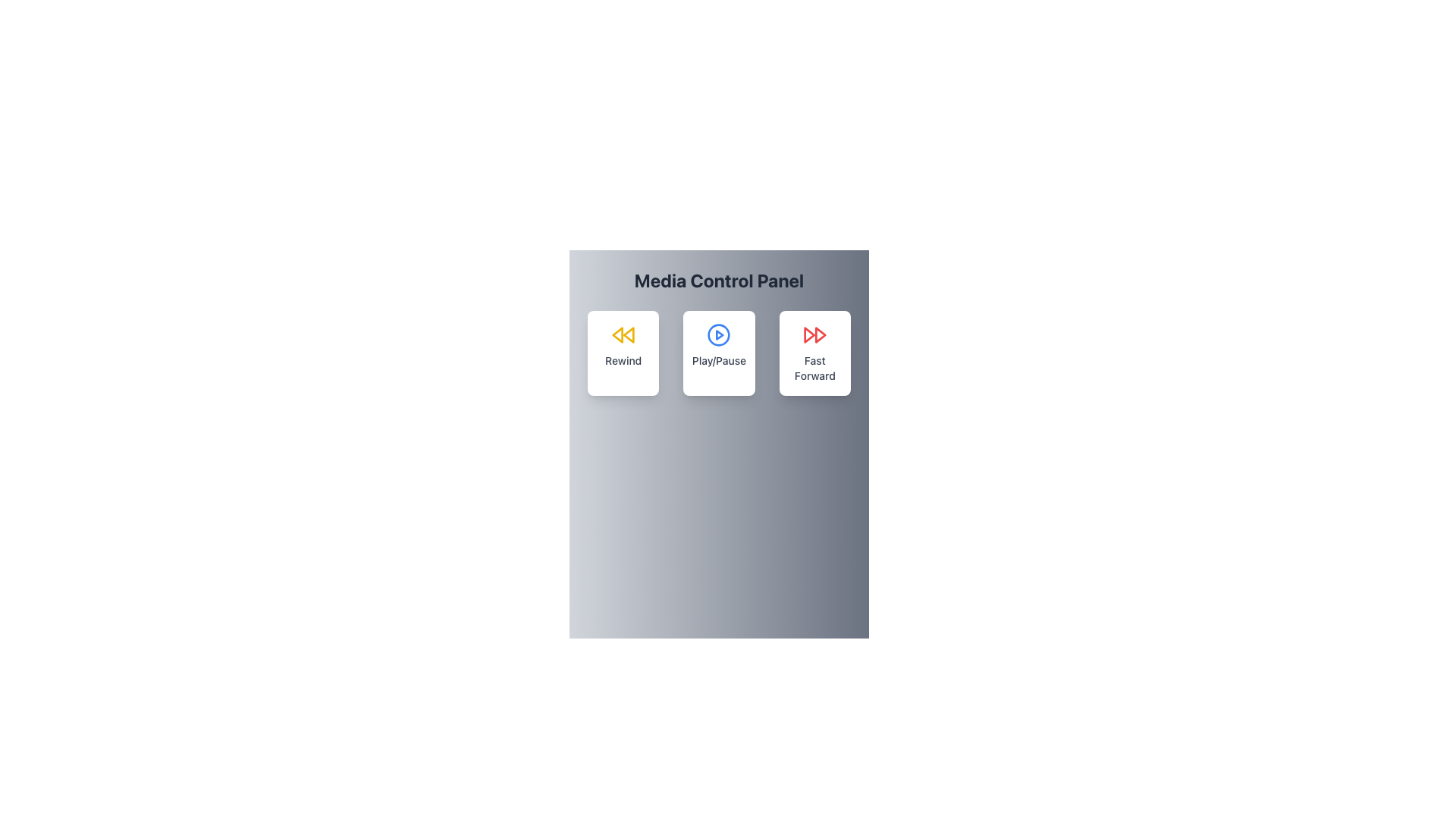 The width and height of the screenshot is (1456, 819). What do you see at coordinates (719, 334) in the screenshot?
I see `the triangular play icon located within the blue circular outline of the play/pause button in the media control interface` at bounding box center [719, 334].